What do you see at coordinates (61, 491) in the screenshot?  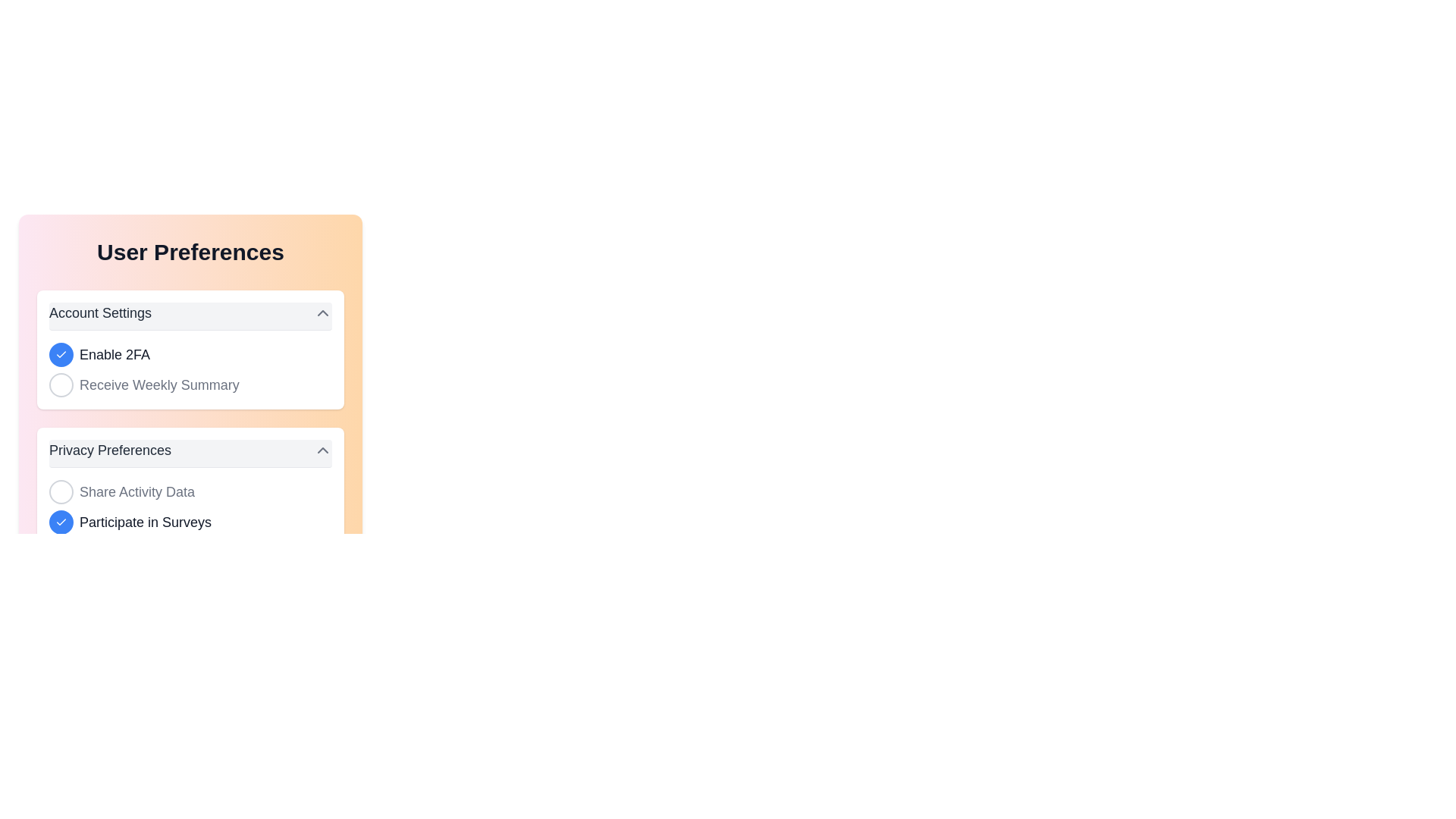 I see `the radio button located to the left of the text 'Share Activity Data' under the 'Privacy Preferences' section for keyboard navigation` at bounding box center [61, 491].